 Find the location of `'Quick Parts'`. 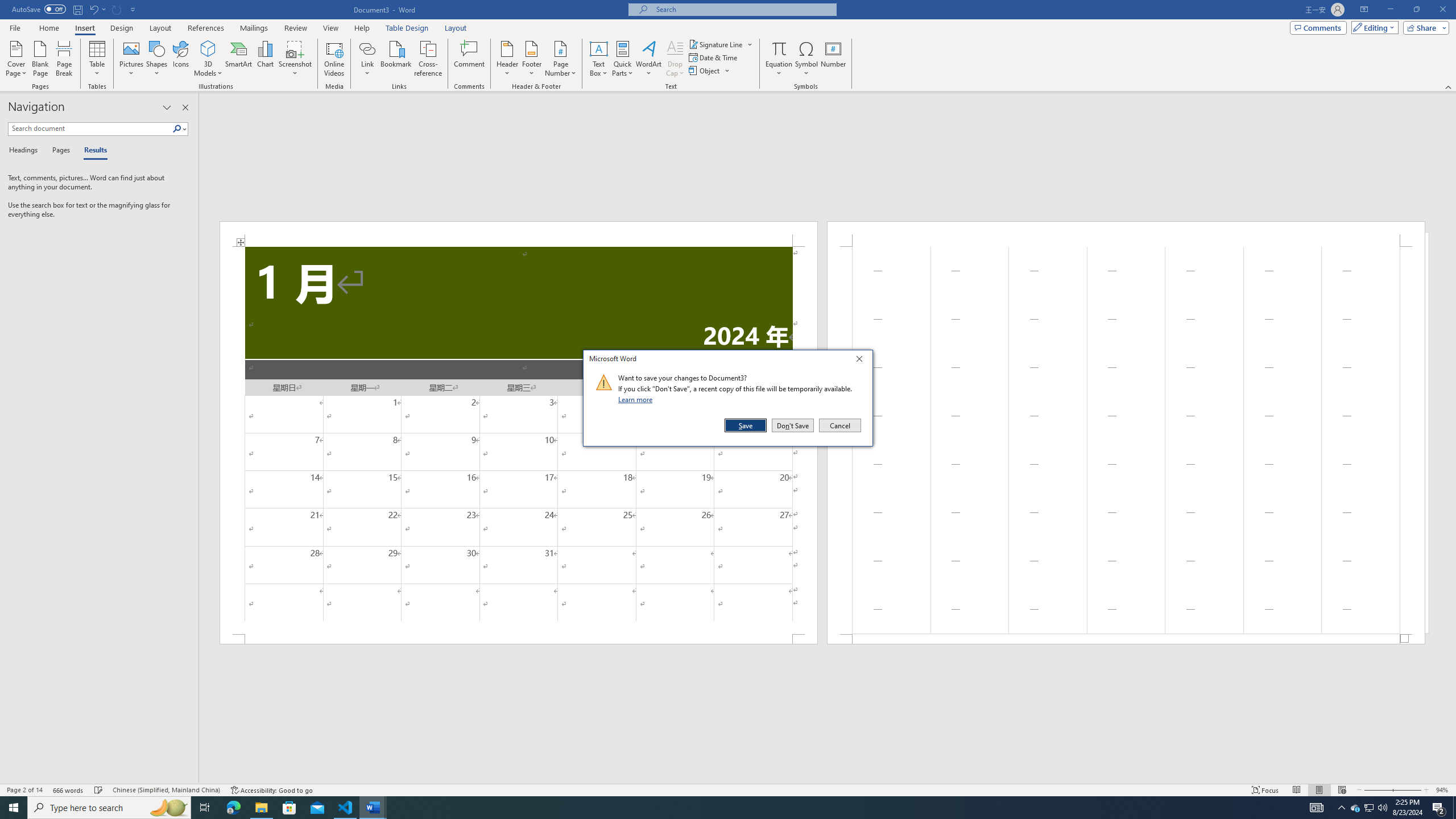

'Quick Parts' is located at coordinates (622, 59).